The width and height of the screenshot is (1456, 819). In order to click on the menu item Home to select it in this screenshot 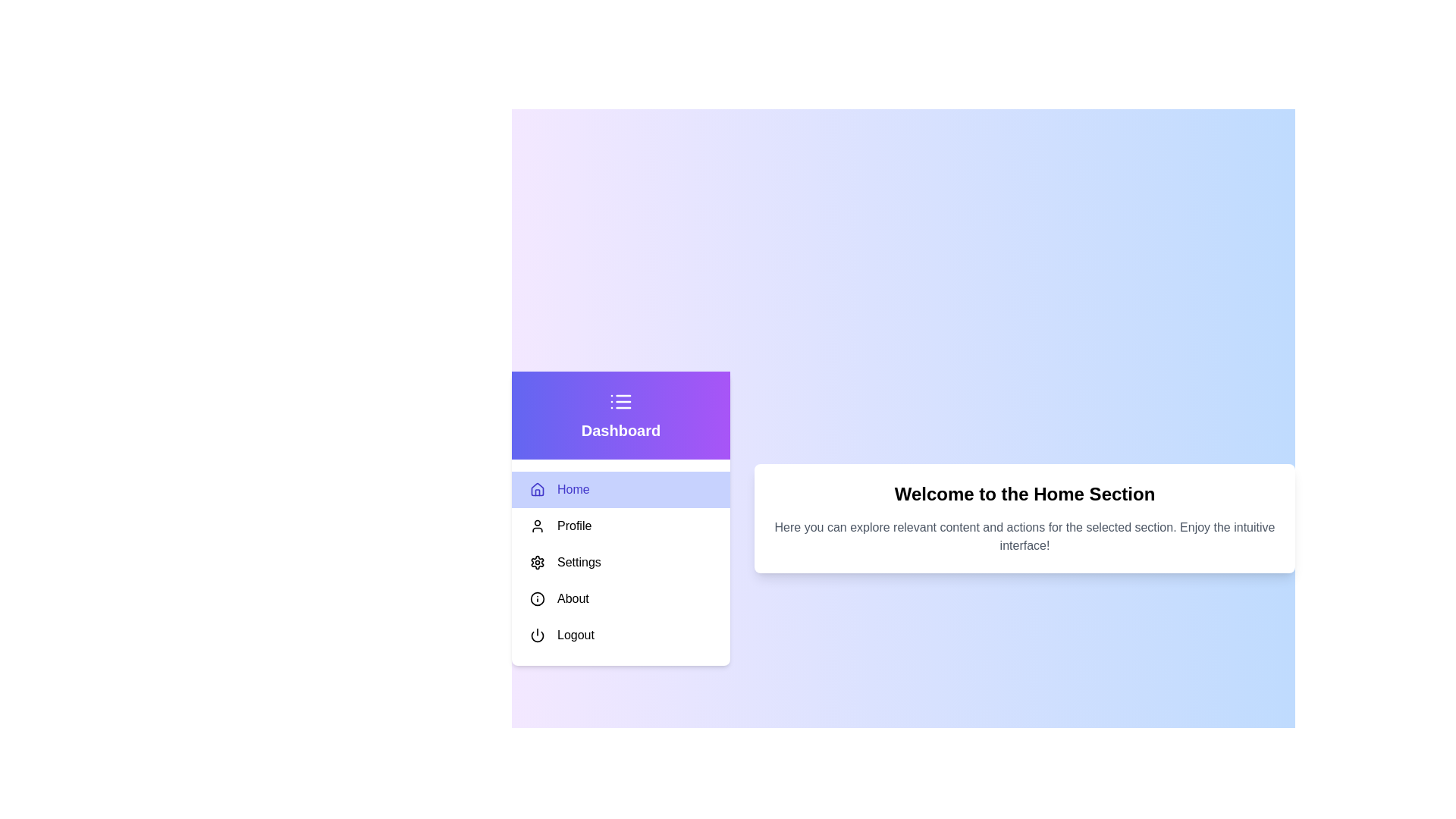, I will do `click(621, 489)`.